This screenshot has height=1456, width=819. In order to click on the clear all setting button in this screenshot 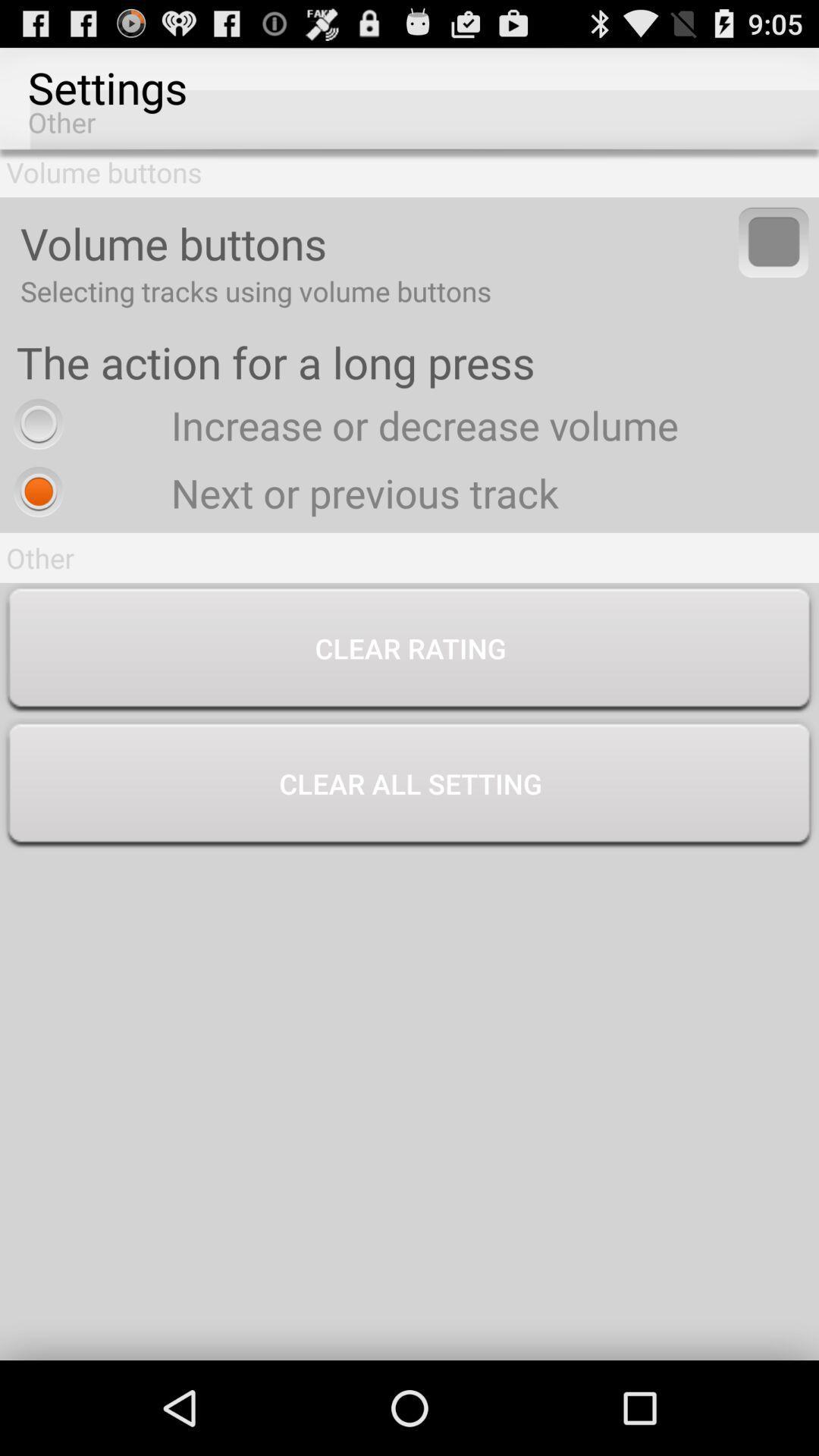, I will do `click(409, 786)`.